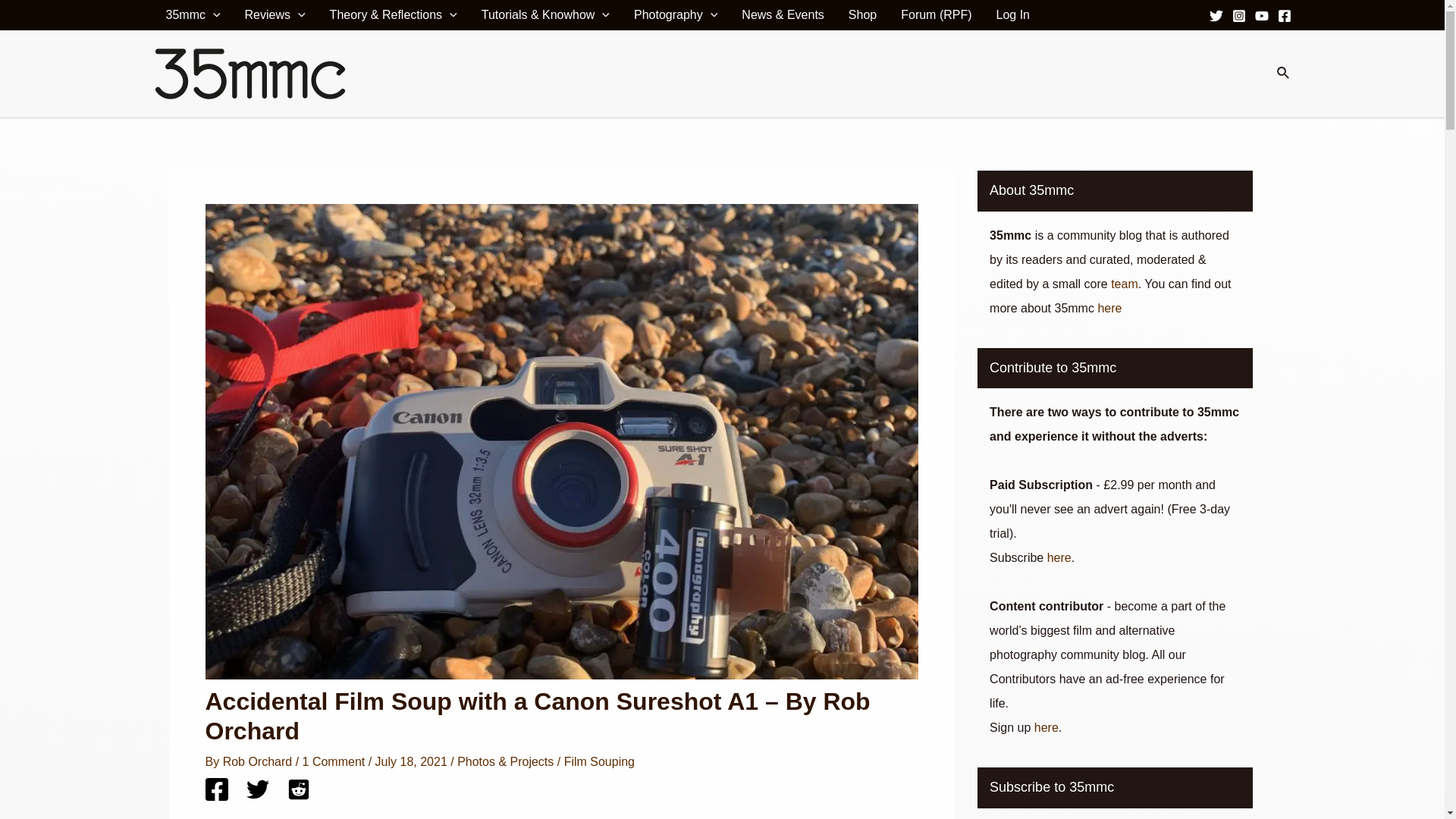 The image size is (1456, 819). What do you see at coordinates (1283, 73) in the screenshot?
I see `'Search'` at bounding box center [1283, 73].